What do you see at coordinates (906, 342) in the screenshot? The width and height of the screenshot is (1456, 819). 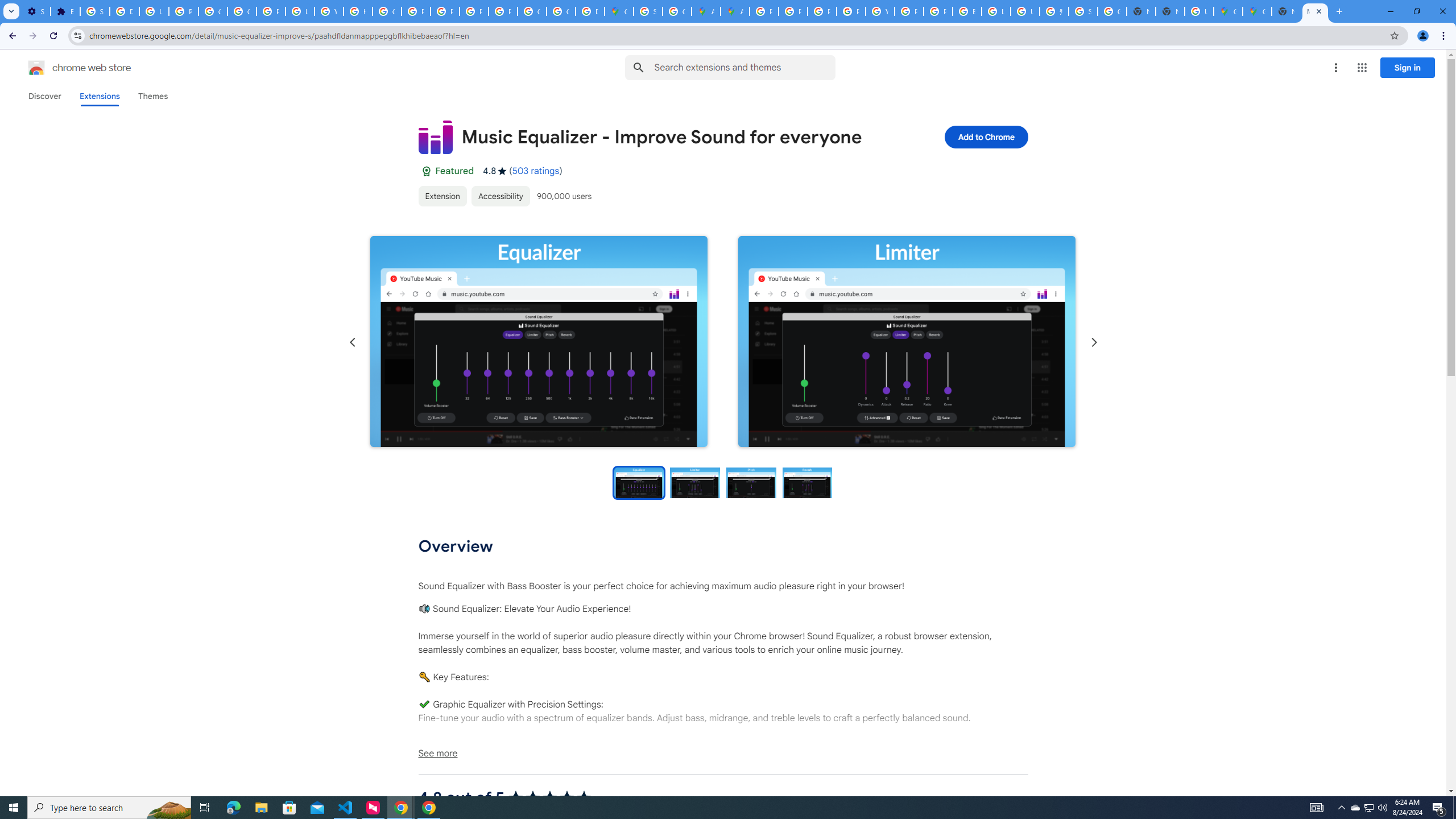 I see `'Item media 2 screenshot'` at bounding box center [906, 342].